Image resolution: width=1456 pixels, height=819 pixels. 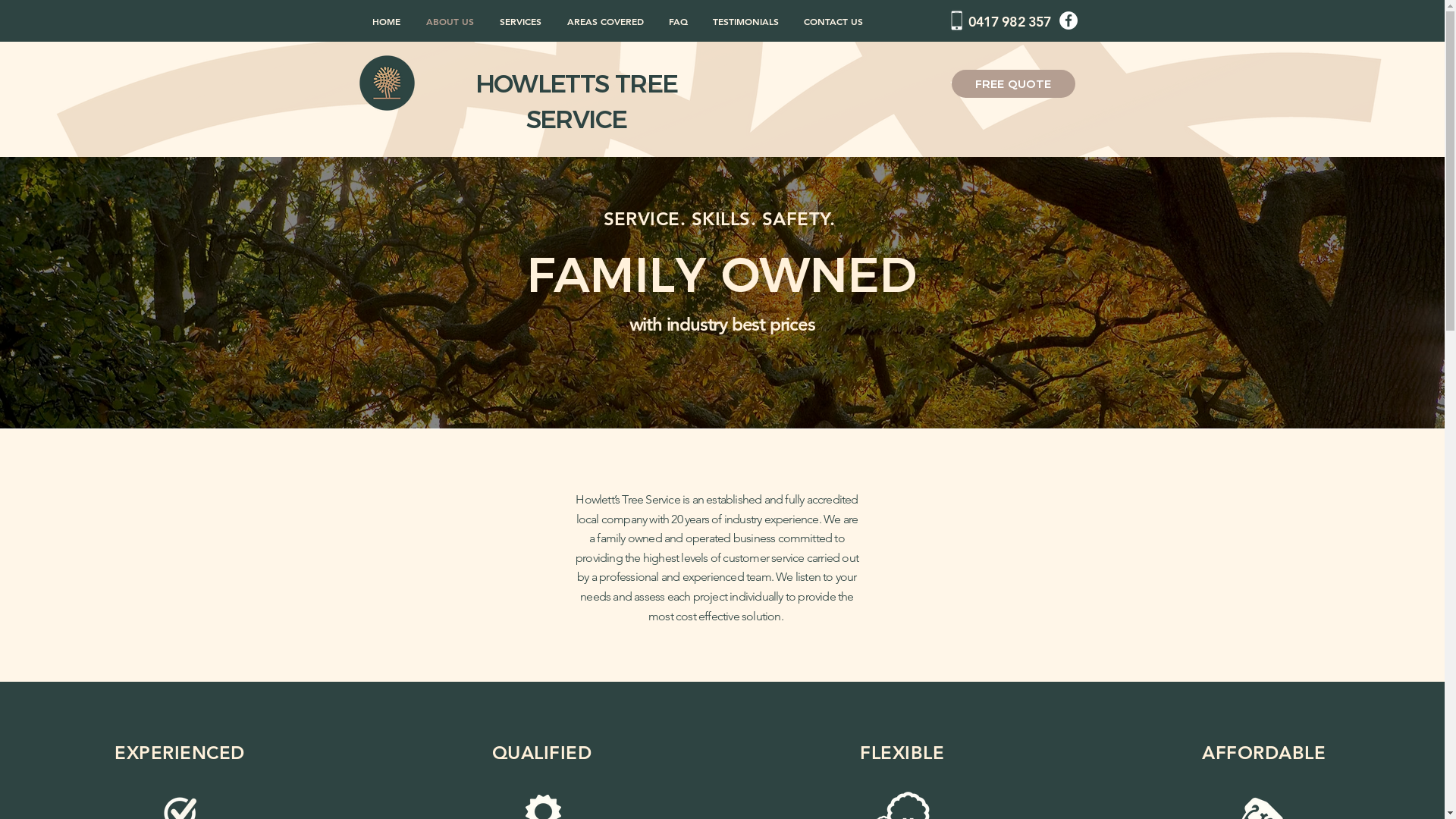 What do you see at coordinates (520, 21) in the screenshot?
I see `'SERVICES'` at bounding box center [520, 21].